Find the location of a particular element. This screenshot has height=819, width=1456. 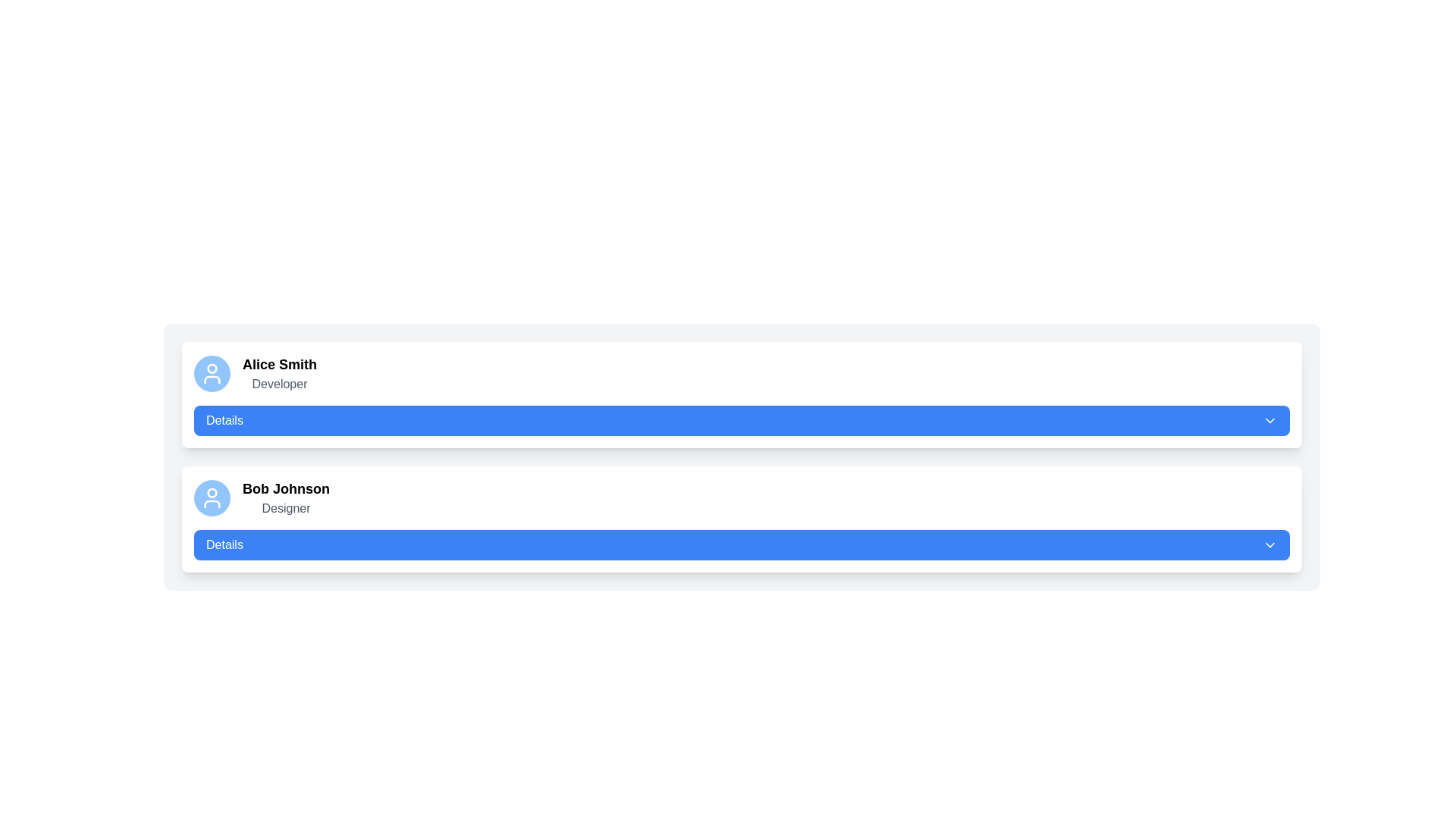

the text label displaying 'Designer', which is styled in gray and positioned directly below 'Bob Johnson' and above the 'Details' button is located at coordinates (286, 509).